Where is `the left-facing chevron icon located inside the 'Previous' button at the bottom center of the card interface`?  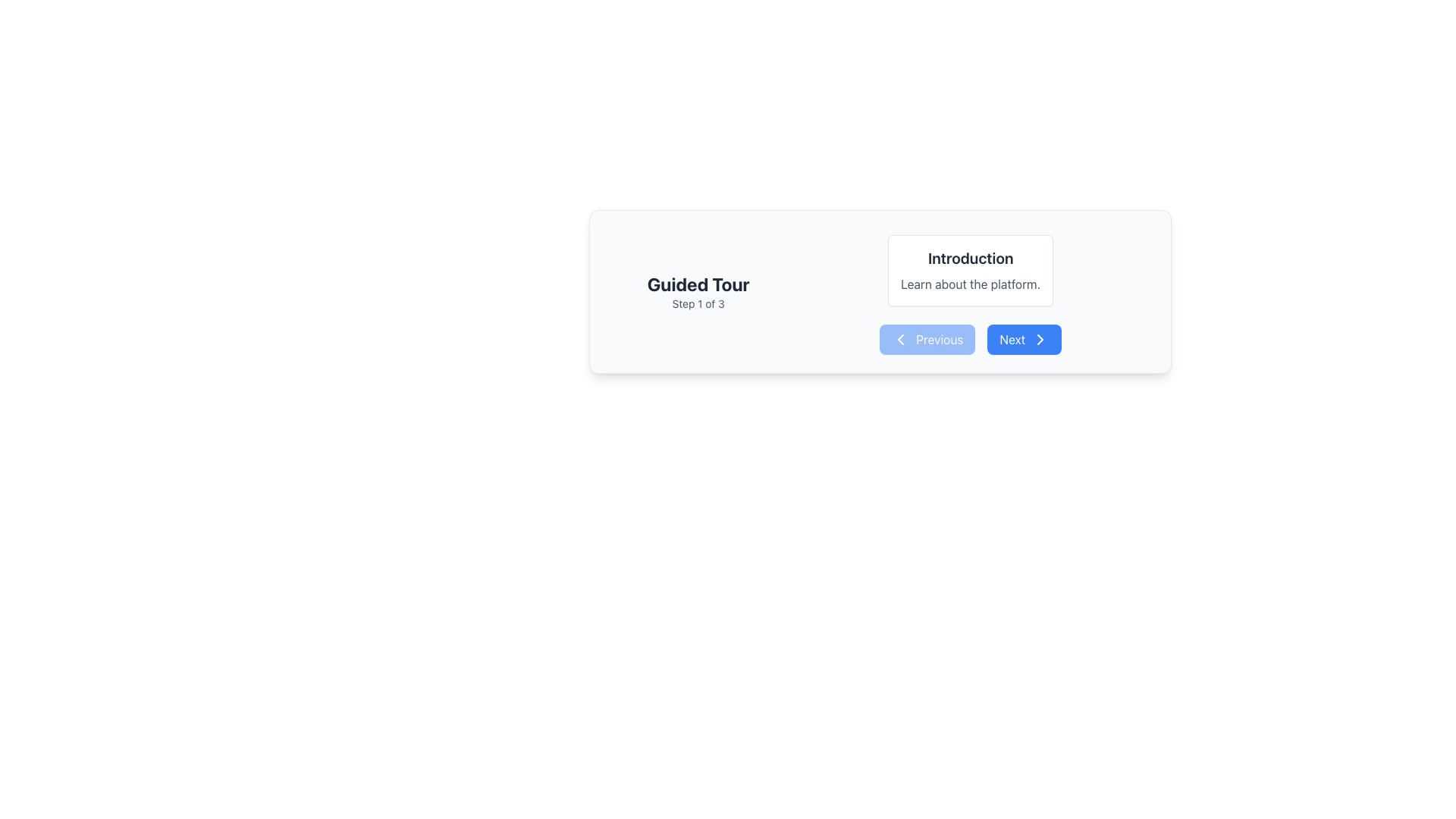
the left-facing chevron icon located inside the 'Previous' button at the bottom center of the card interface is located at coordinates (901, 338).